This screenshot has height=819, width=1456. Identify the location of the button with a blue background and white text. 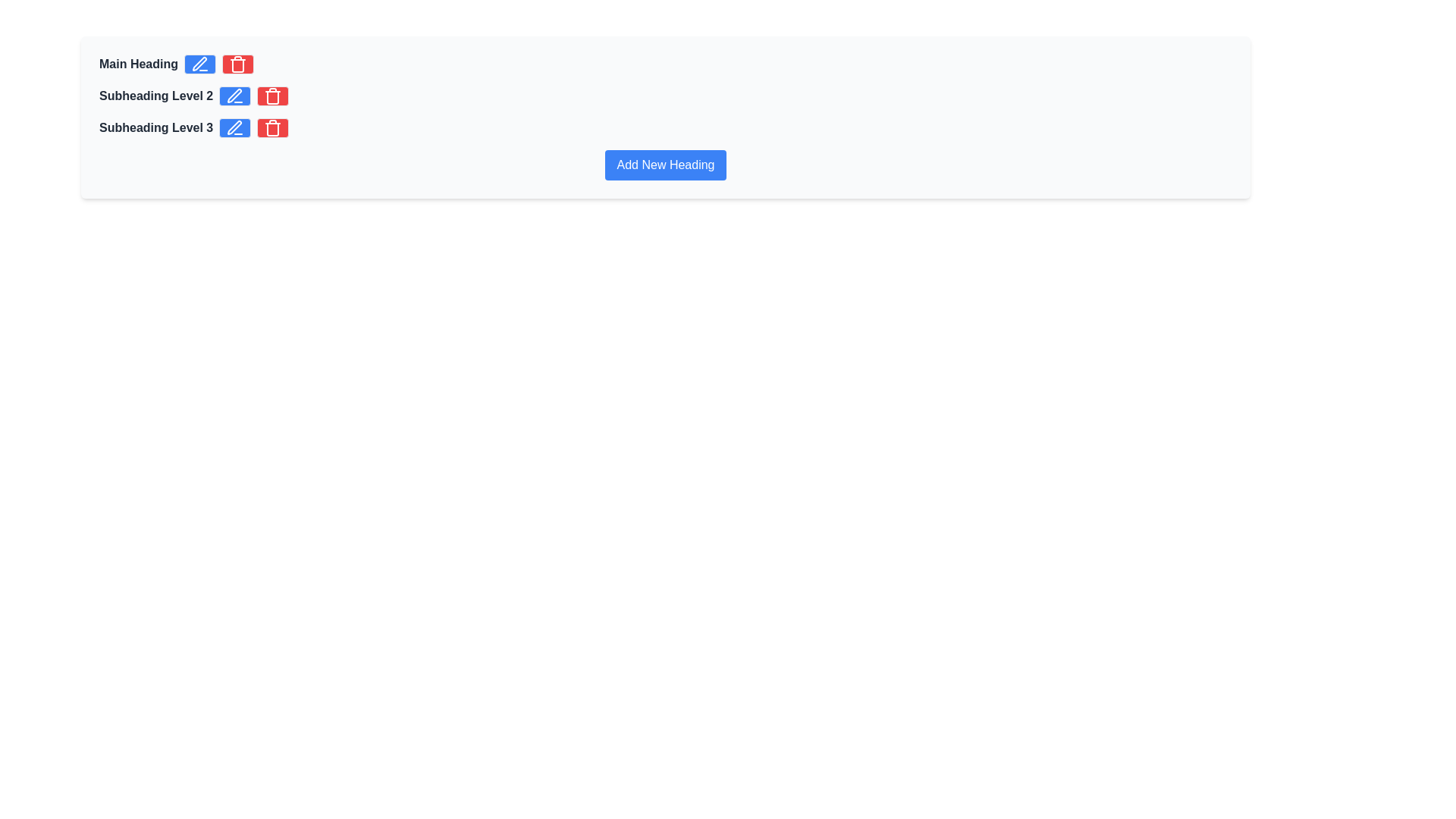
(199, 63).